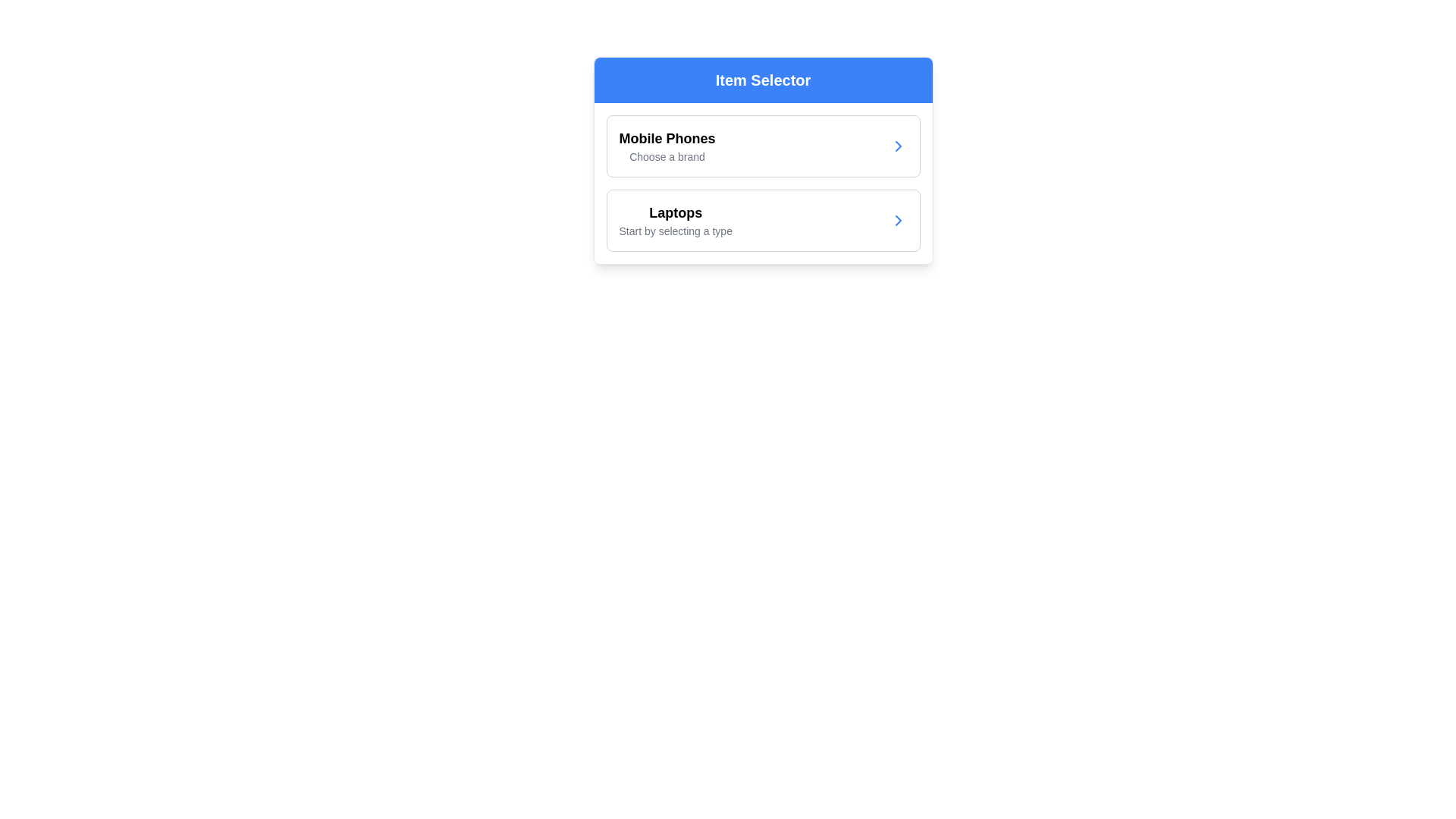  Describe the element at coordinates (898, 146) in the screenshot. I see `the blue right-pointing Chevron-Right icon located at the right end of the 'Mobile PhonesChoose a brand' row` at that location.